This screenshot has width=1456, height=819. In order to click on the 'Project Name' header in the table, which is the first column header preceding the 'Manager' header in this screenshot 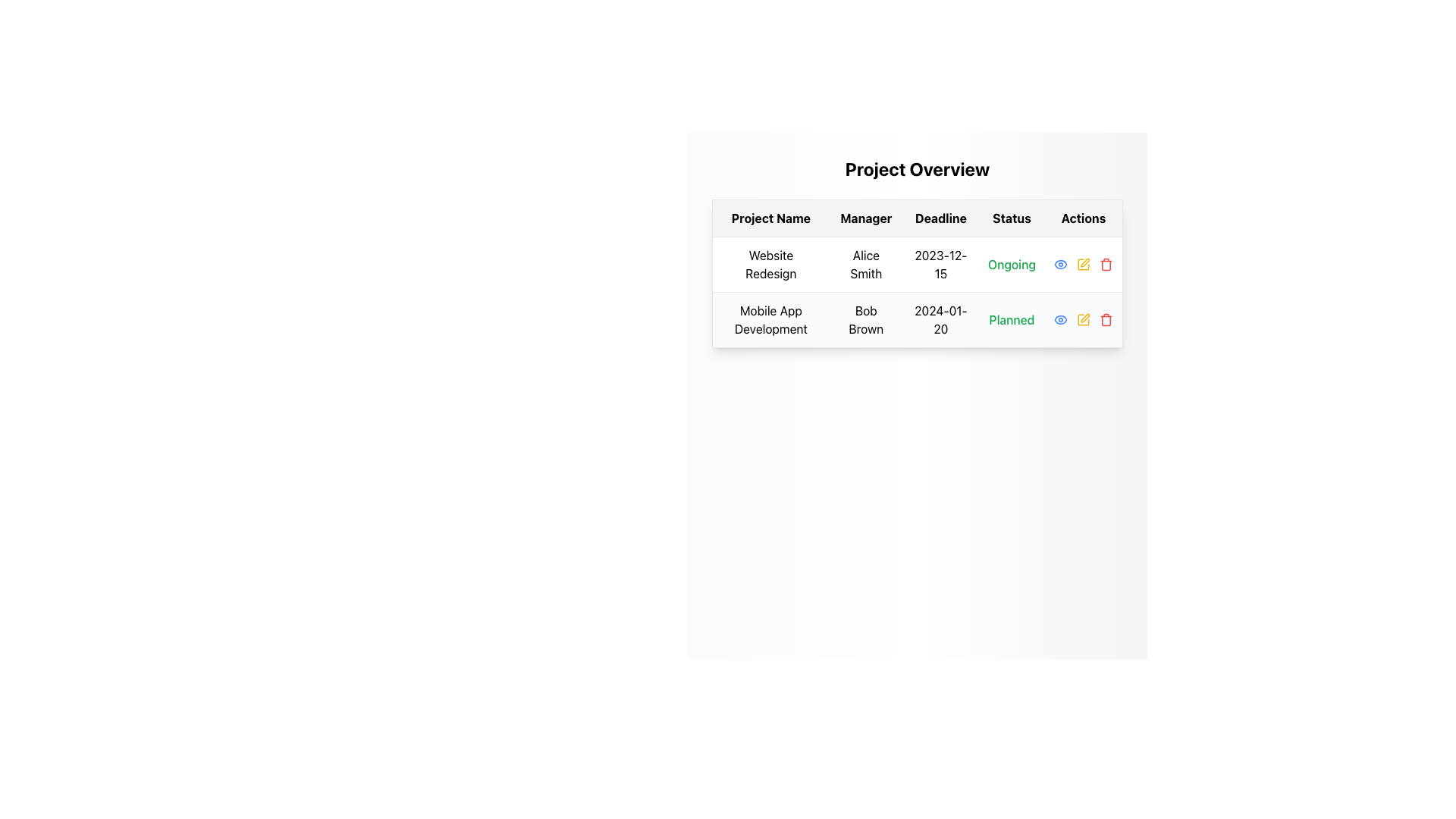, I will do `click(770, 218)`.